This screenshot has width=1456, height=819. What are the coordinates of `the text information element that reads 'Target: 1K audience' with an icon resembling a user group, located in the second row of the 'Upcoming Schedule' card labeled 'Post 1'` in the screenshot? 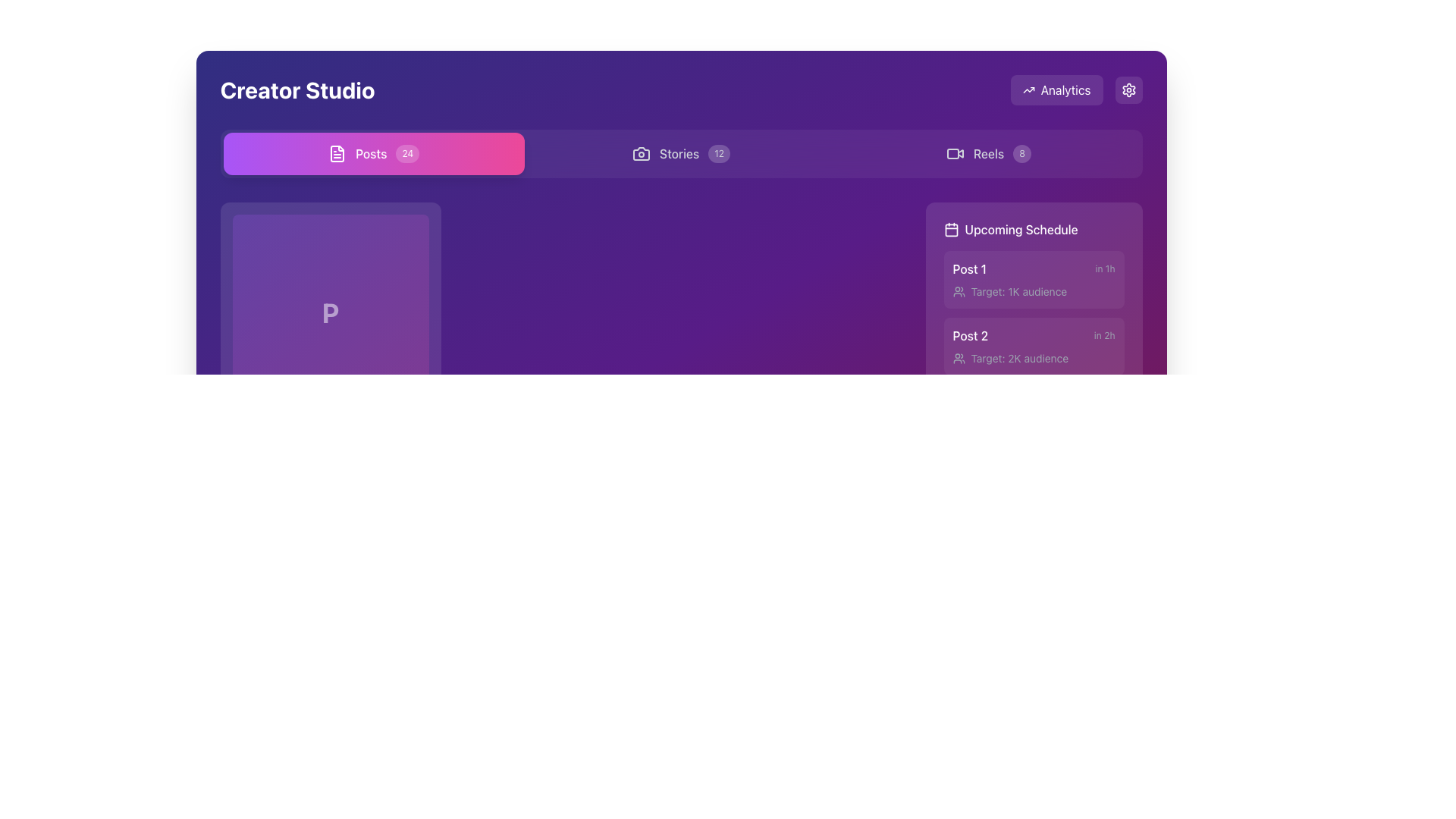 It's located at (1033, 292).